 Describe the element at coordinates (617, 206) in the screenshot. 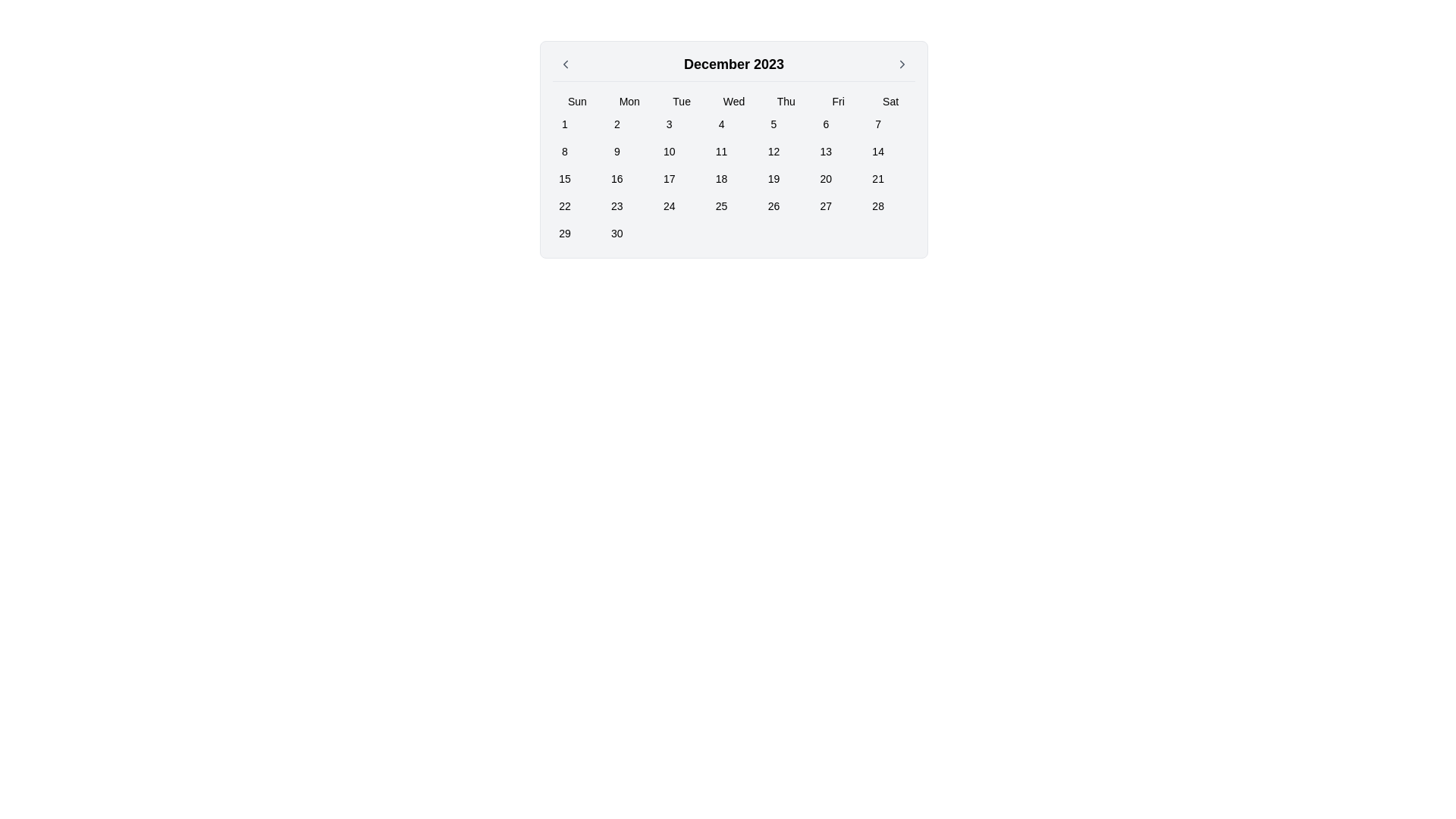

I see `the calendar day button displaying '23'` at that location.